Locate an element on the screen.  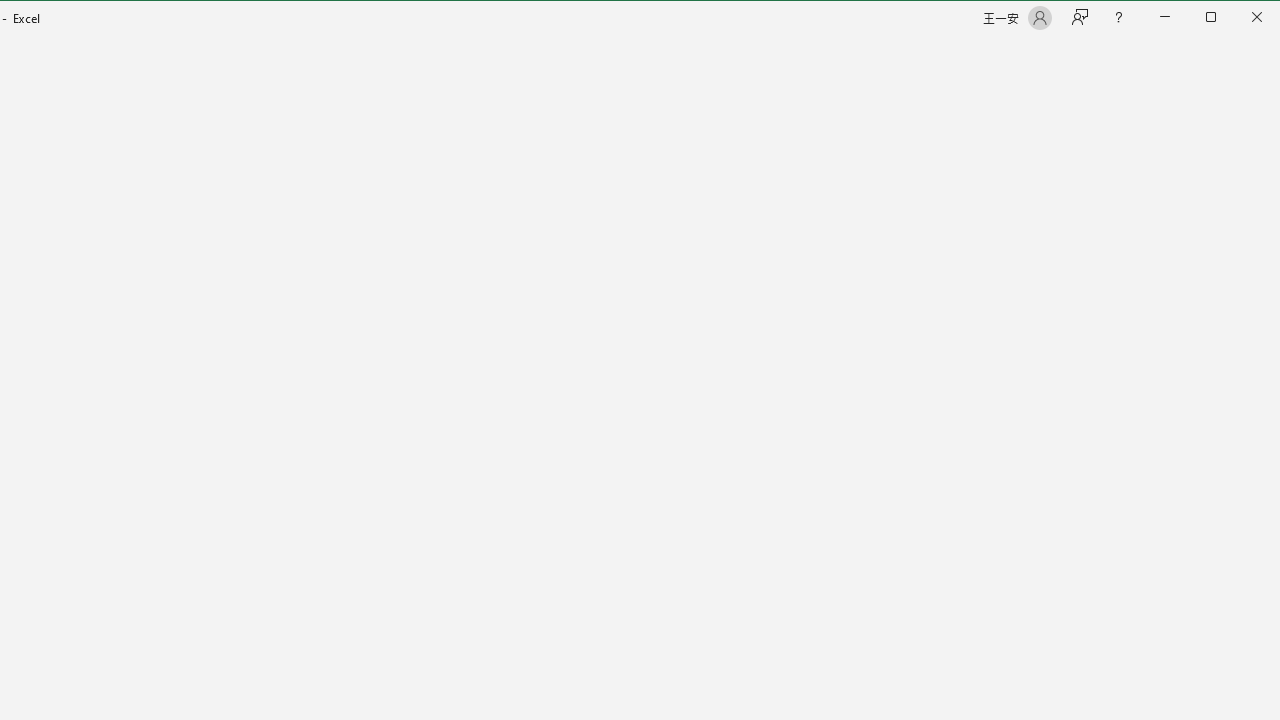
'Help' is located at coordinates (1117, 18).